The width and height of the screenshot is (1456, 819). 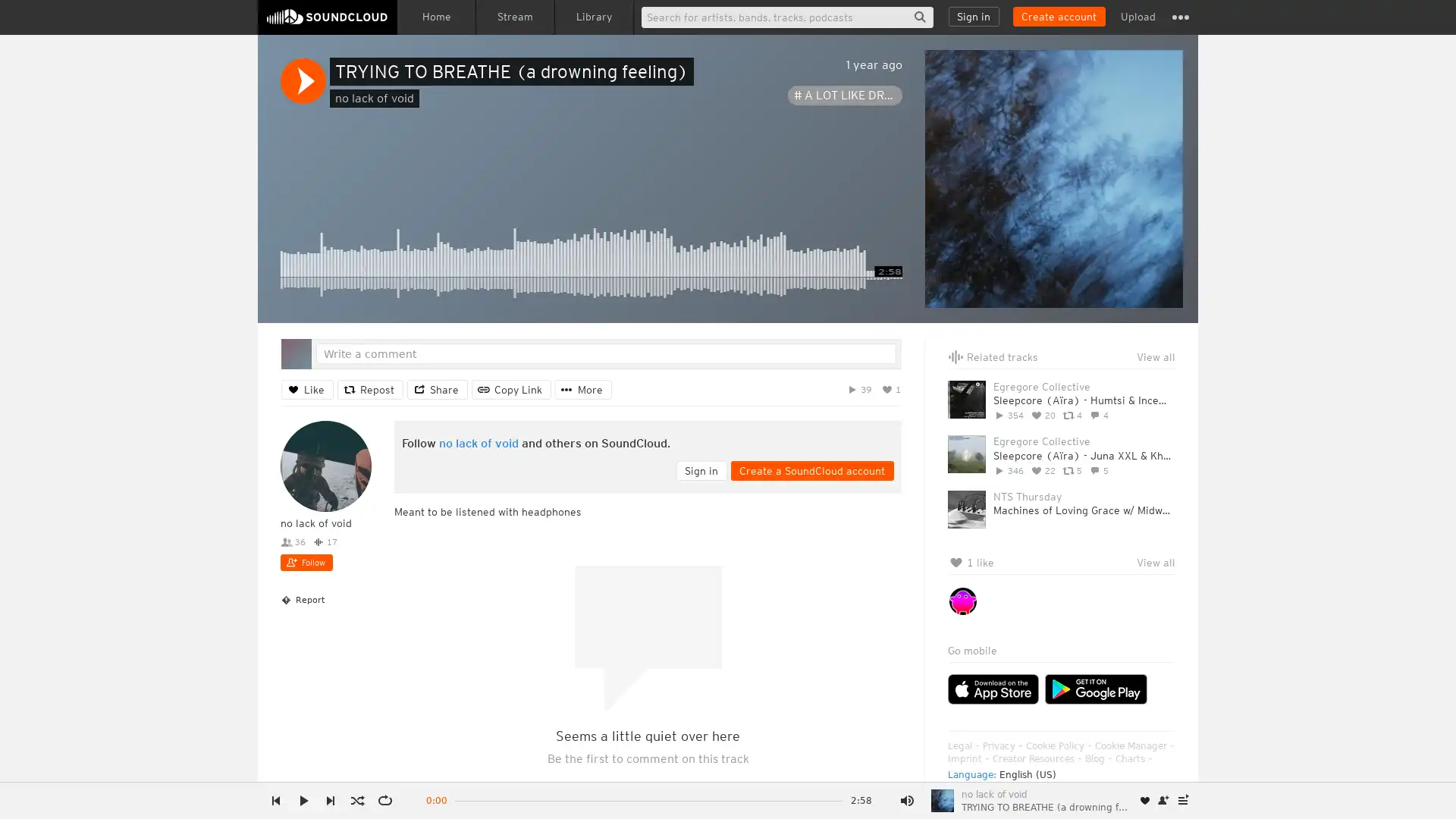 I want to click on Sign in, so click(x=701, y=469).